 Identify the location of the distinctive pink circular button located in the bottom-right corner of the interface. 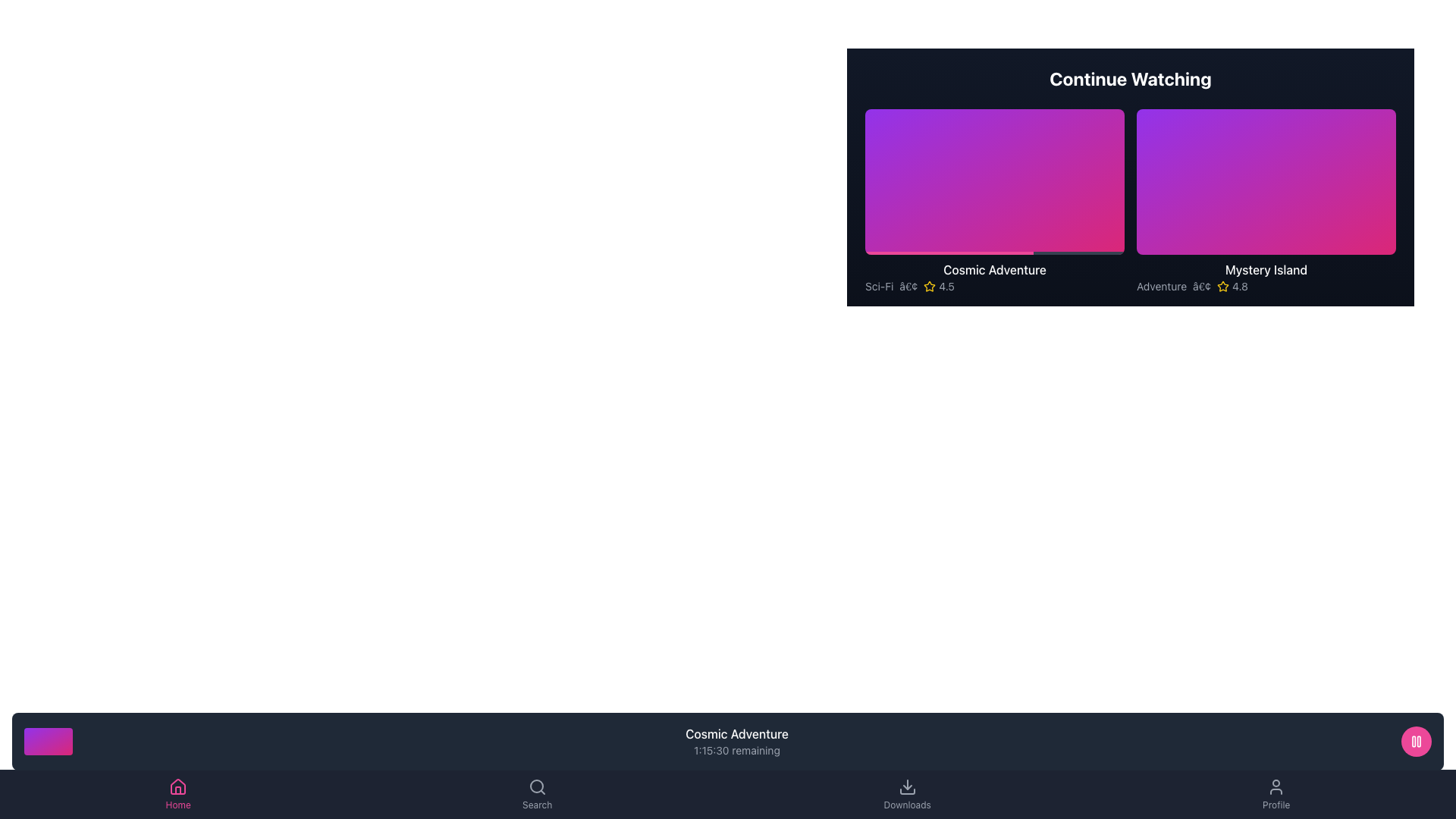
(1415, 741).